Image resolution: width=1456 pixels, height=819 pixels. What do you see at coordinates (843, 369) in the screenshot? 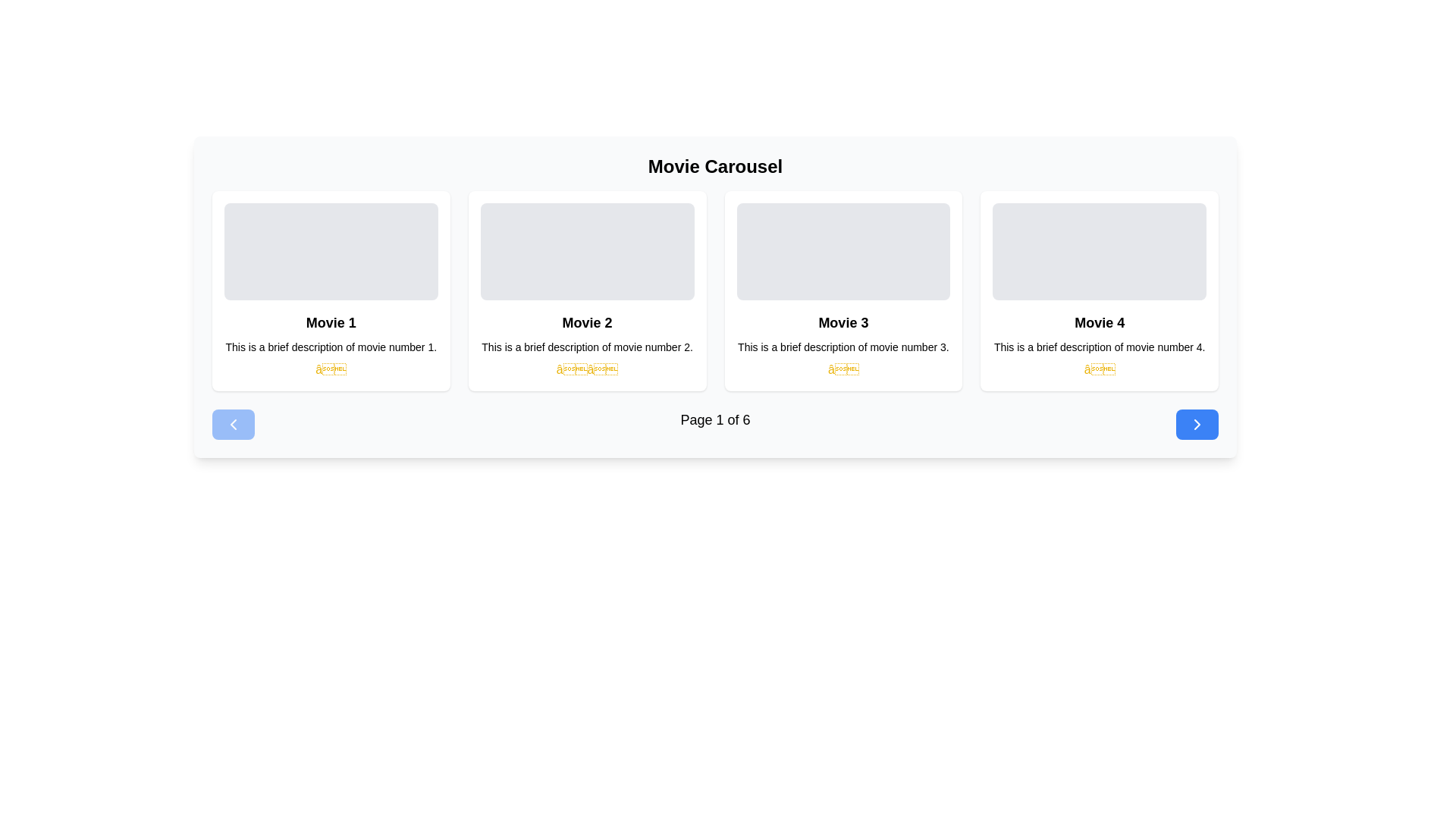
I see `the visual marker icon indicating a rating for the 'Movie 3' section, located centrally beneath the descriptive text` at bounding box center [843, 369].